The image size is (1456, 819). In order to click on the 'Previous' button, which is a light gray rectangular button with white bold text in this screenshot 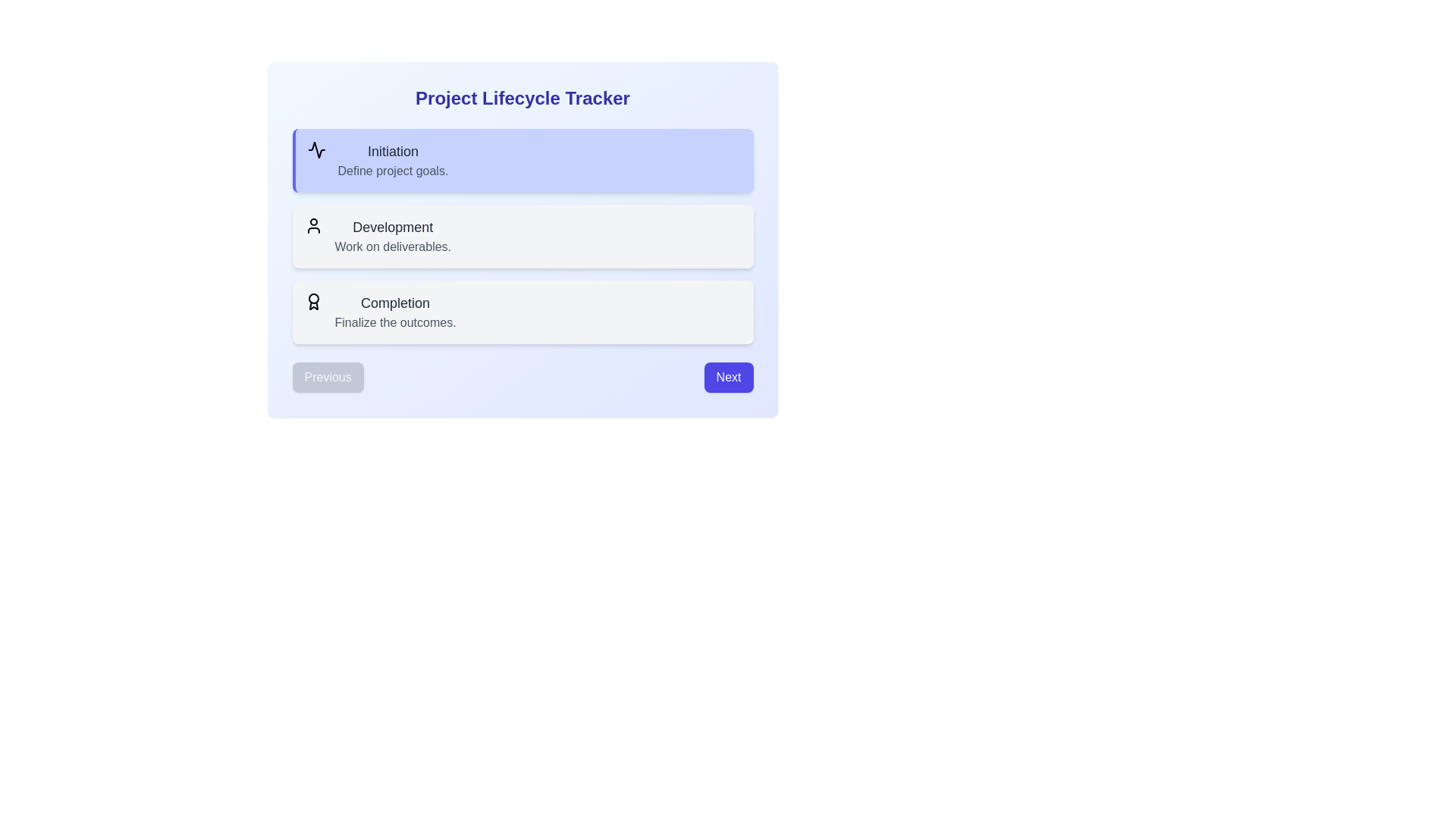, I will do `click(327, 376)`.